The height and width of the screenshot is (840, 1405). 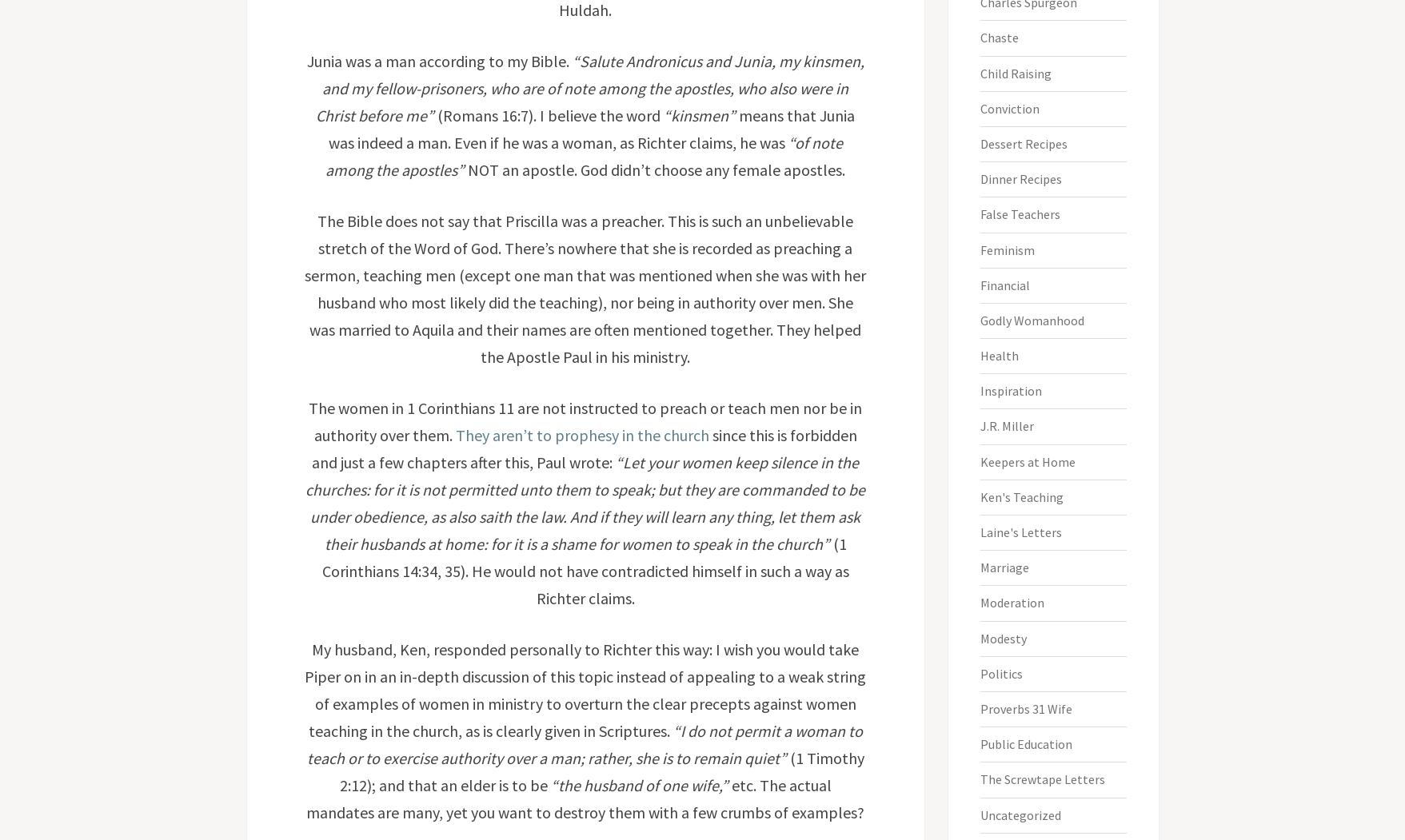 I want to click on 'They aren’t to prophesy in the church', so click(x=581, y=434).